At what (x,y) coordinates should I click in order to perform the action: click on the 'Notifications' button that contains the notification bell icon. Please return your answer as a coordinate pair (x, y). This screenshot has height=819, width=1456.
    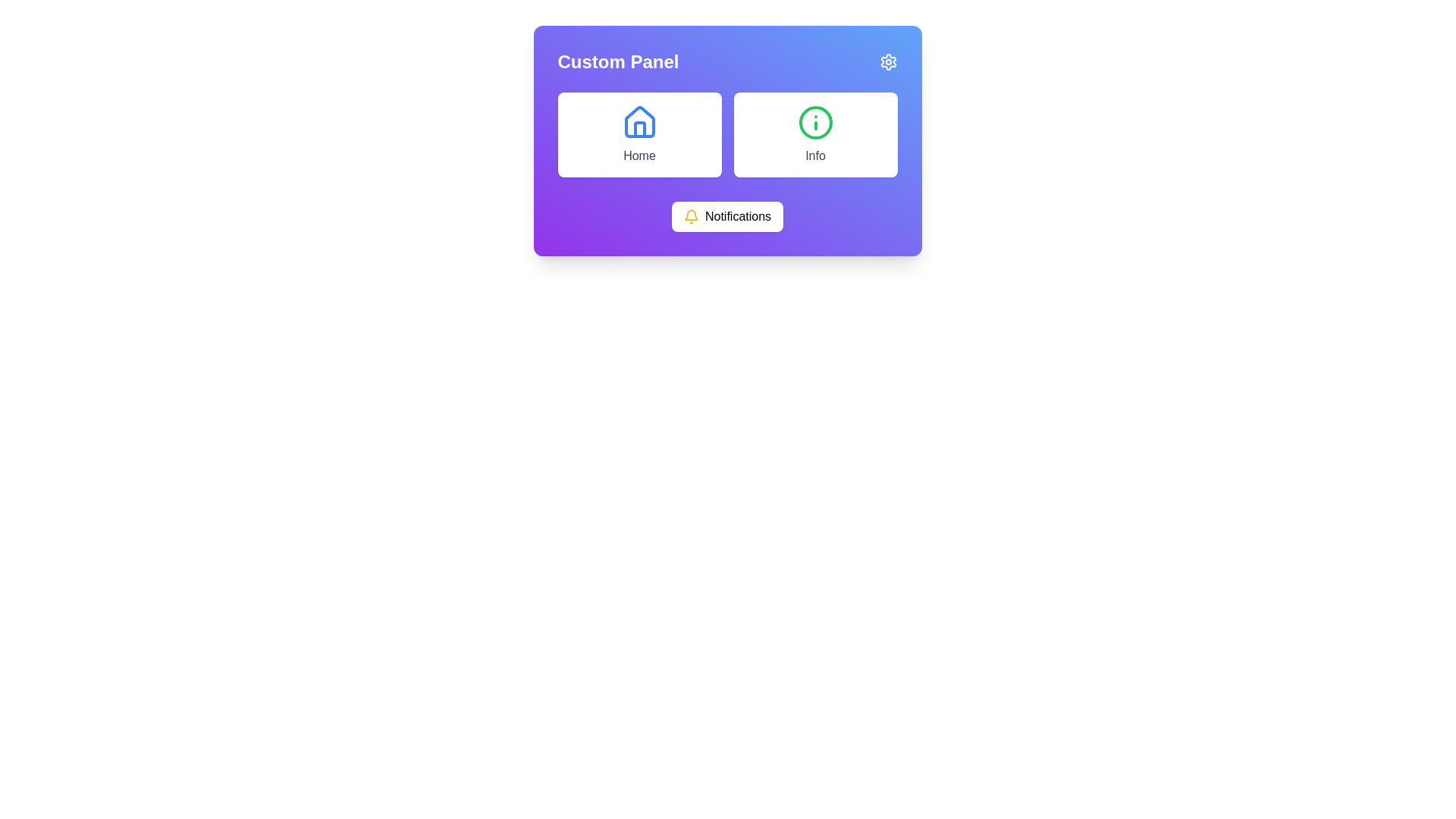
    Looking at the image, I should click on (691, 216).